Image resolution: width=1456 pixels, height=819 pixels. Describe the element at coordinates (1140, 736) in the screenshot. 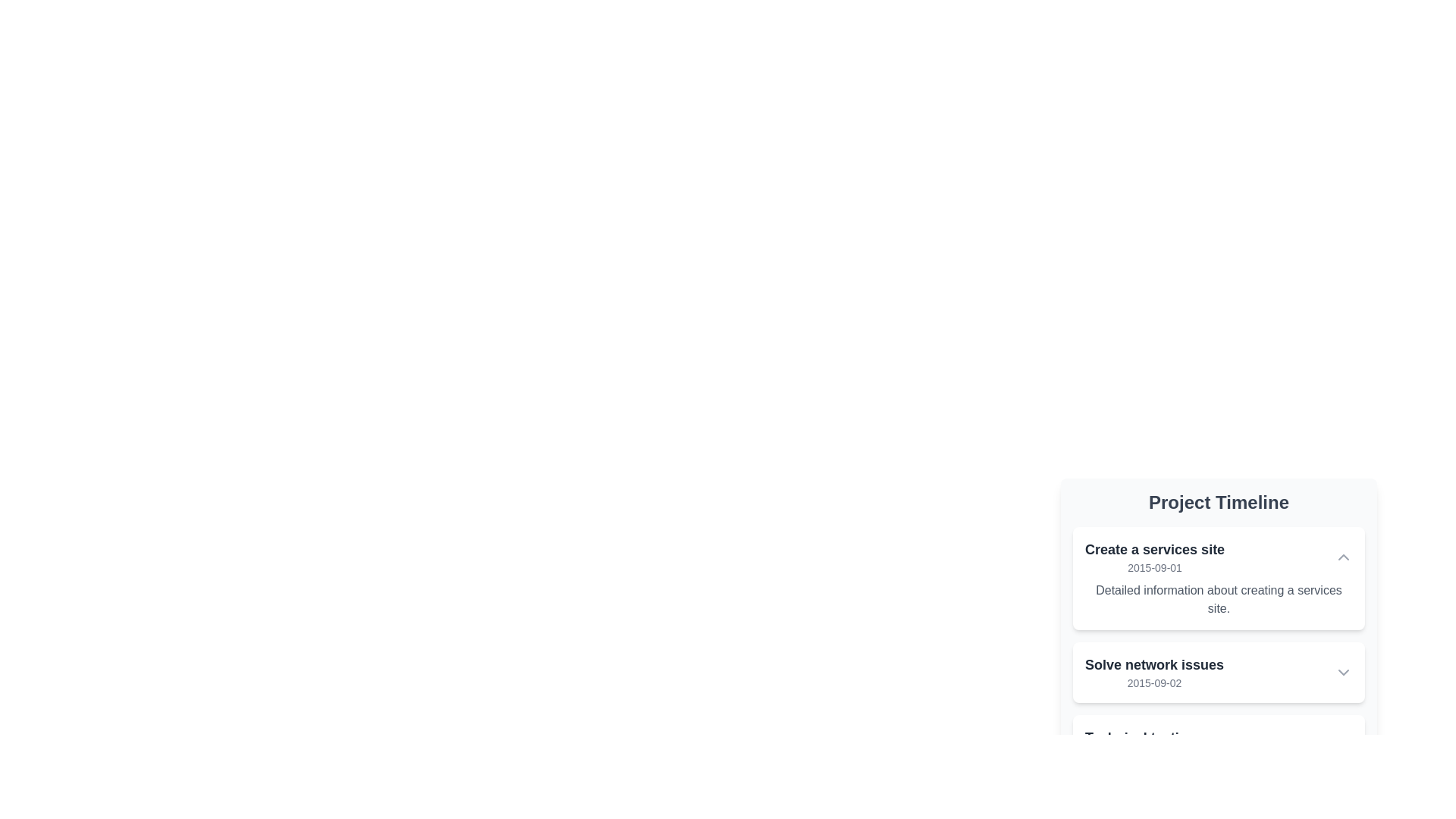

I see `the text 'Technical testing' displayed in bold within the Text Label located in the lower area of the 'Project Timeline' section` at that location.